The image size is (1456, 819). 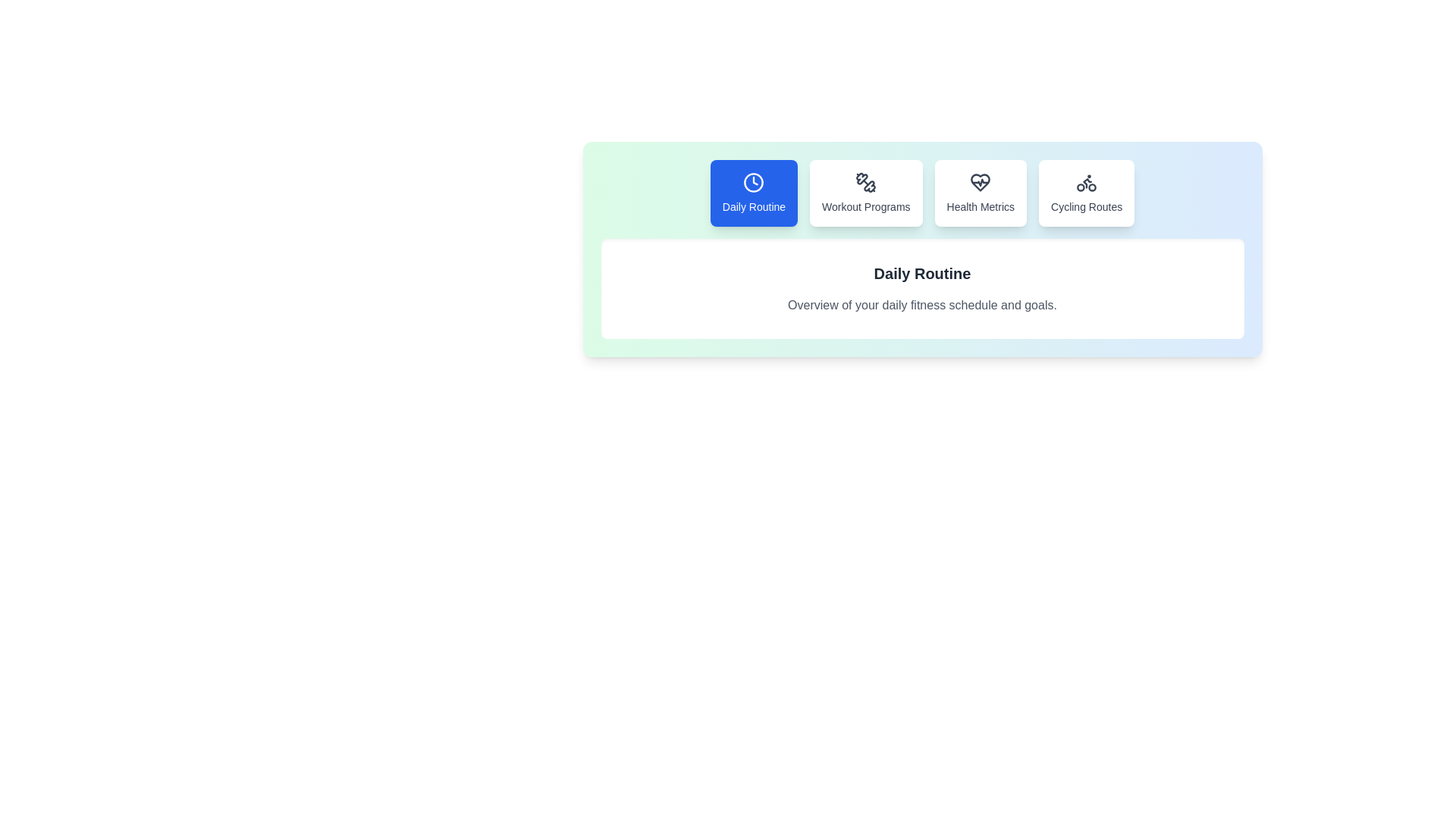 I want to click on the tab button labeled Workout Programs, so click(x=866, y=192).